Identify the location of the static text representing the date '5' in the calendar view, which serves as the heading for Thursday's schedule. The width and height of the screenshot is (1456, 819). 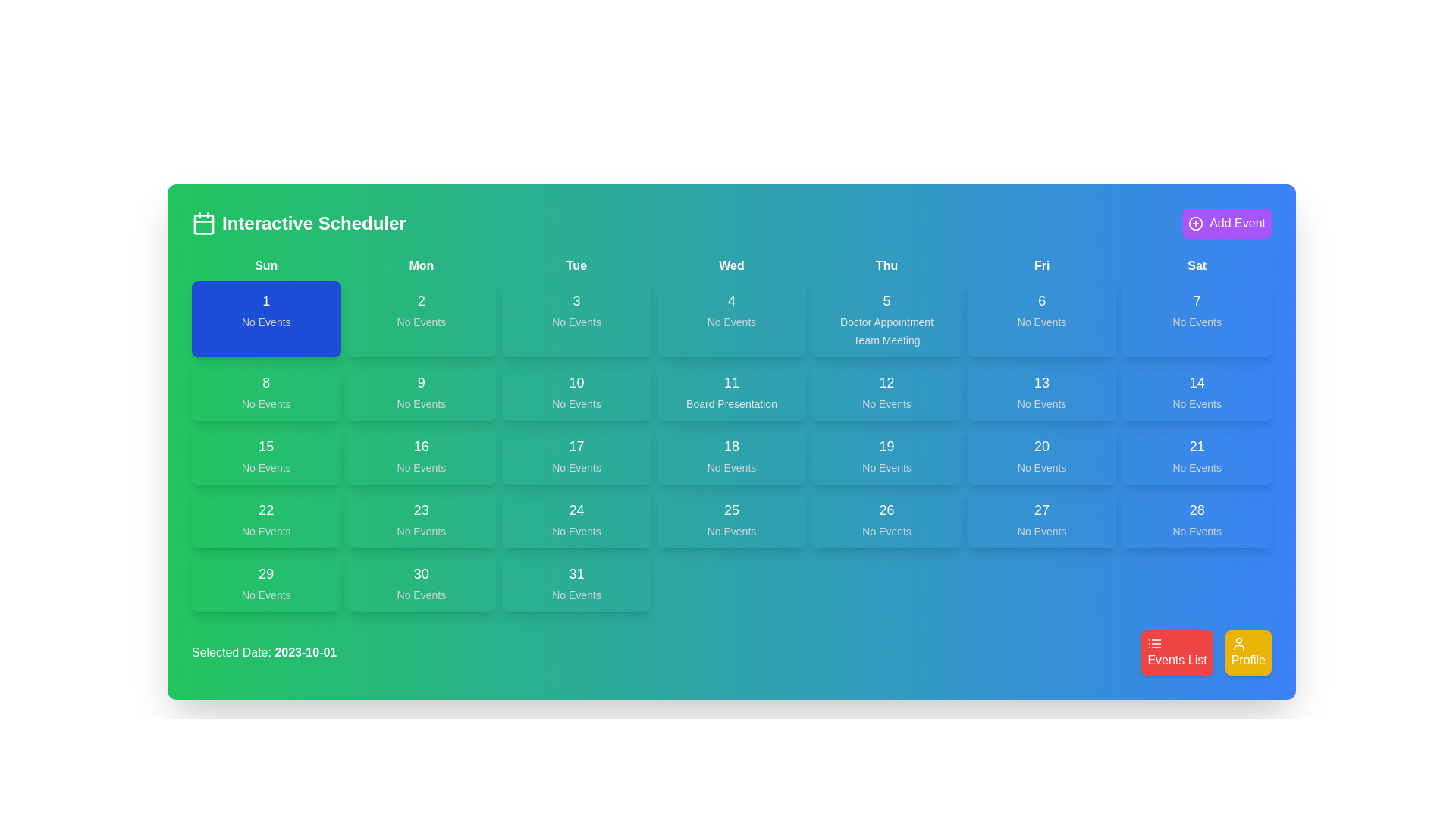
(886, 301).